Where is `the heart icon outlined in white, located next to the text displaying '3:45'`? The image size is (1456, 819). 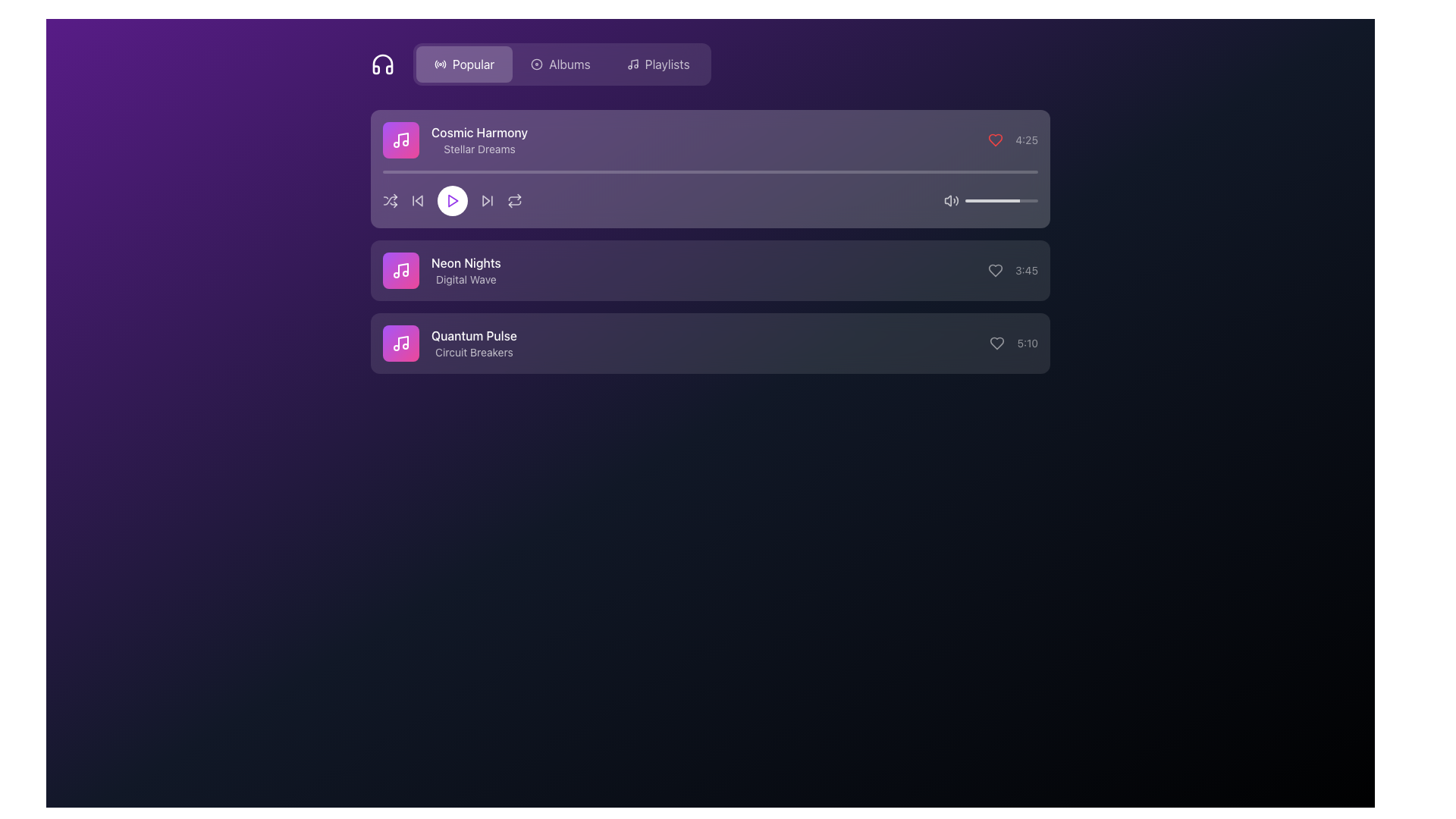 the heart icon outlined in white, located next to the text displaying '3:45' is located at coordinates (996, 270).